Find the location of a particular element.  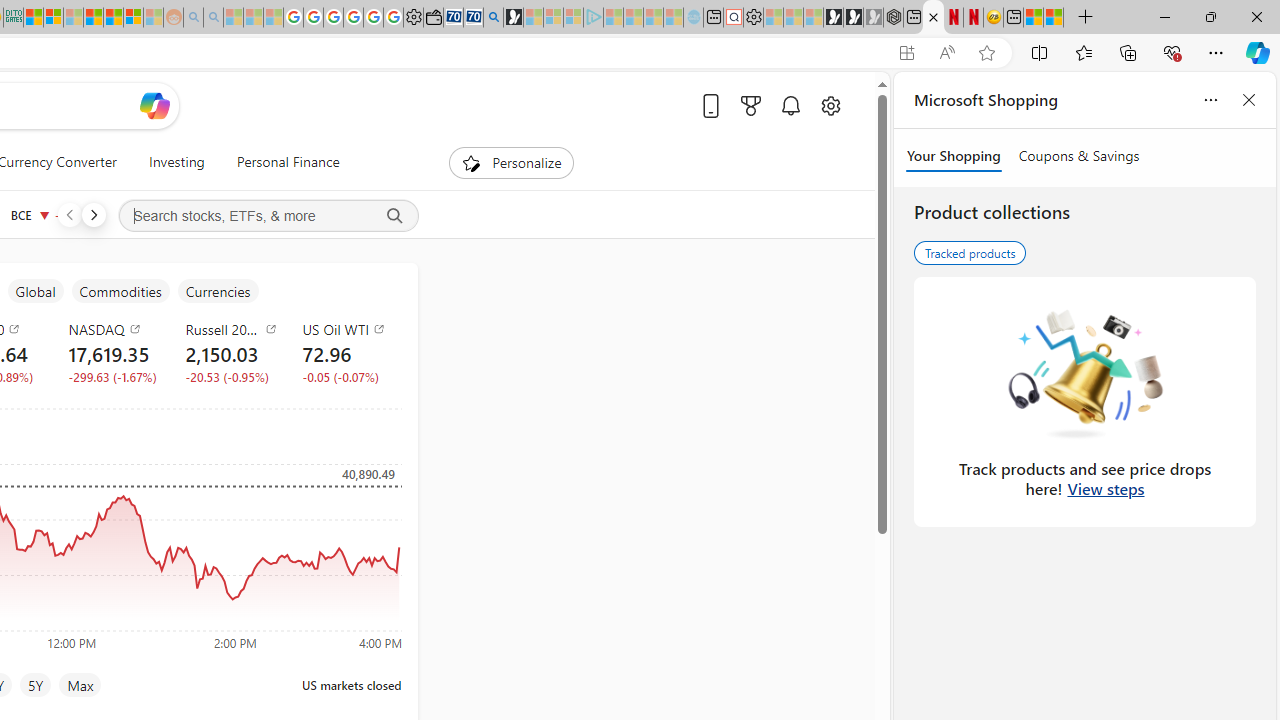

'Kinda Frugal - MSN' is located at coordinates (112, 17).